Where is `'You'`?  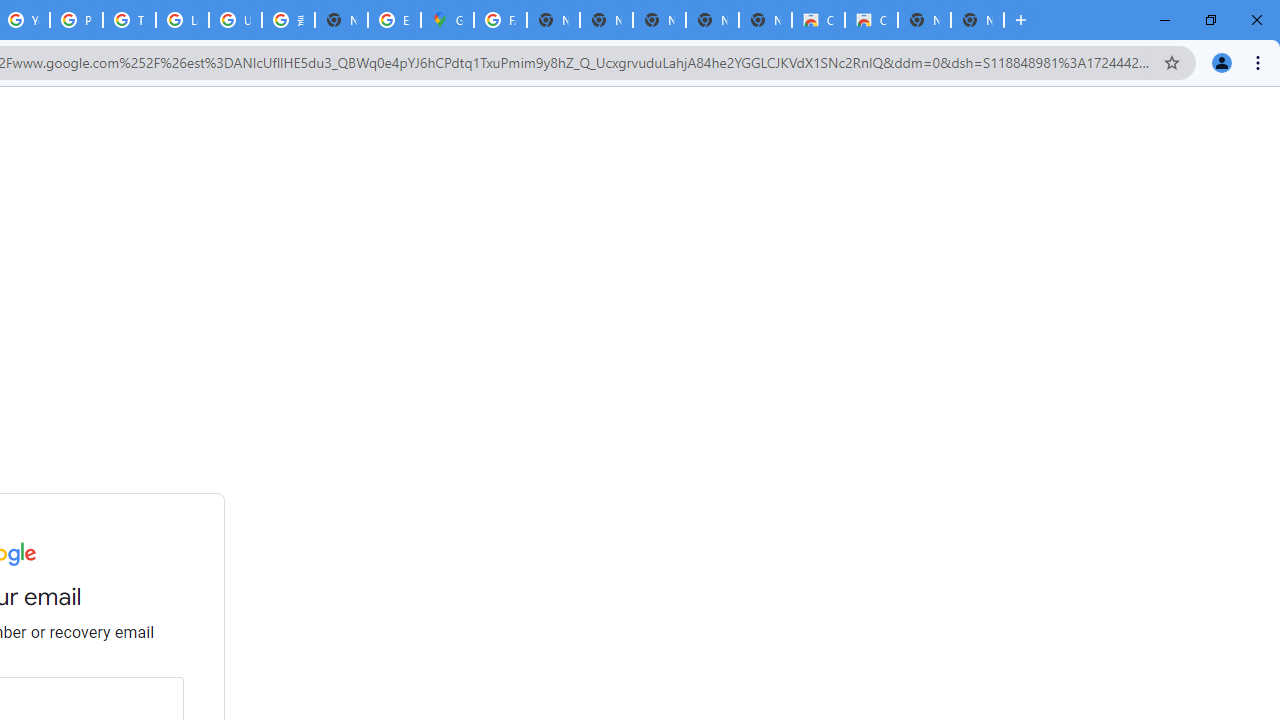 'You' is located at coordinates (1220, 61).